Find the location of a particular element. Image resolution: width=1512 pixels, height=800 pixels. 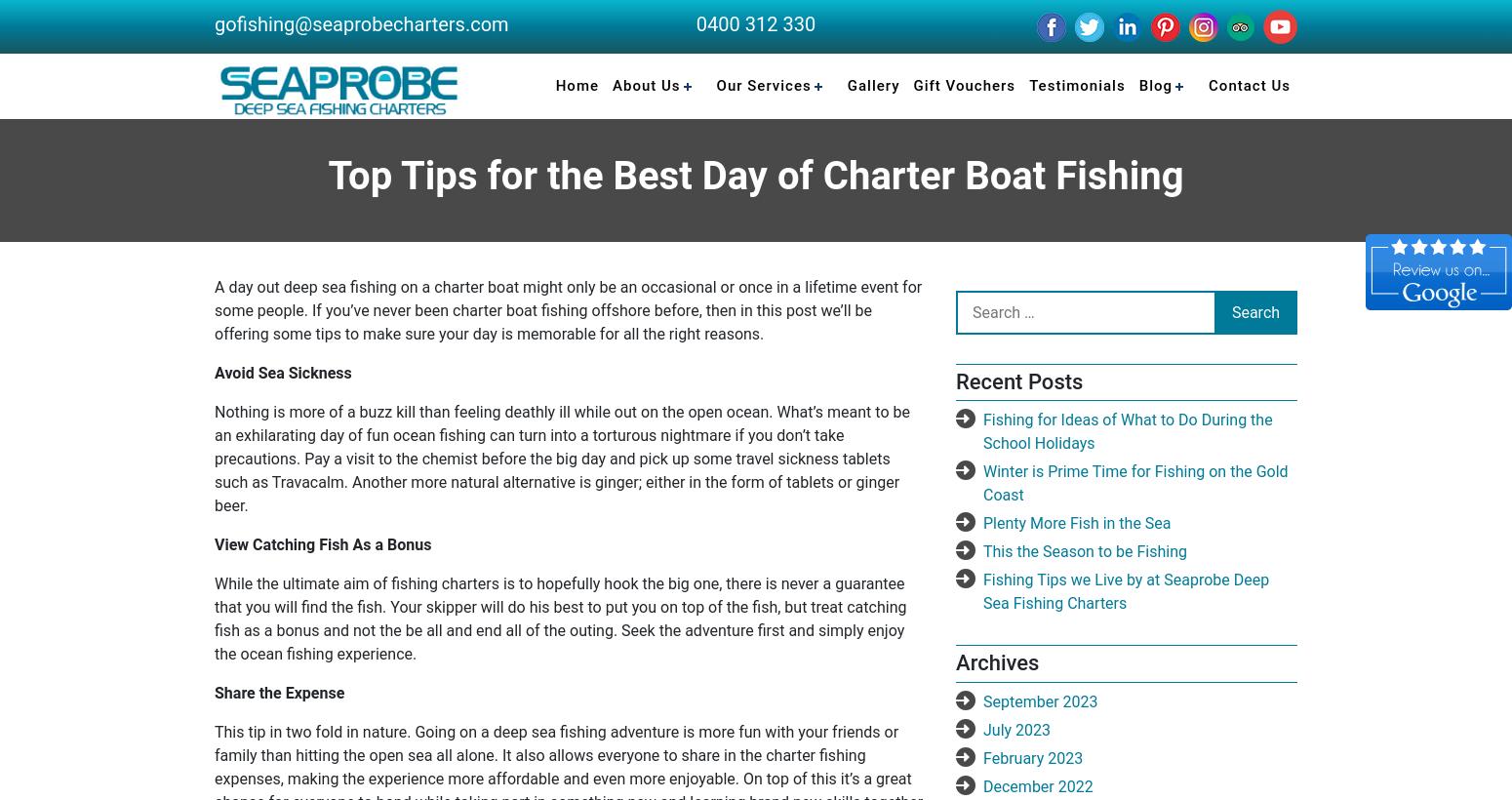

'View Catching Fish As a Bonus' is located at coordinates (321, 543).